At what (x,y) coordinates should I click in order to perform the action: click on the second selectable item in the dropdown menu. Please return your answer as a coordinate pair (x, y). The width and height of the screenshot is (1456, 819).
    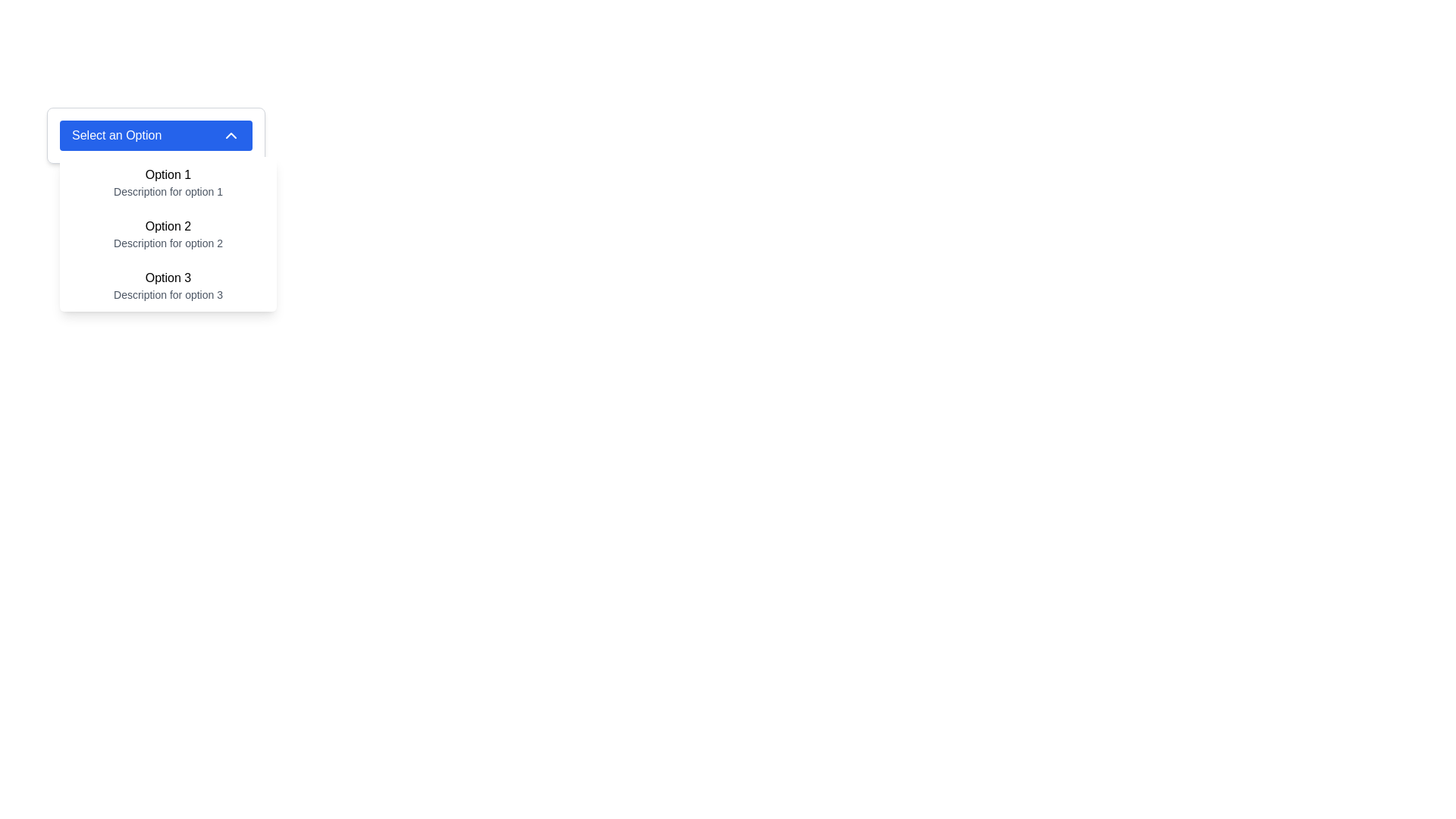
    Looking at the image, I should click on (168, 234).